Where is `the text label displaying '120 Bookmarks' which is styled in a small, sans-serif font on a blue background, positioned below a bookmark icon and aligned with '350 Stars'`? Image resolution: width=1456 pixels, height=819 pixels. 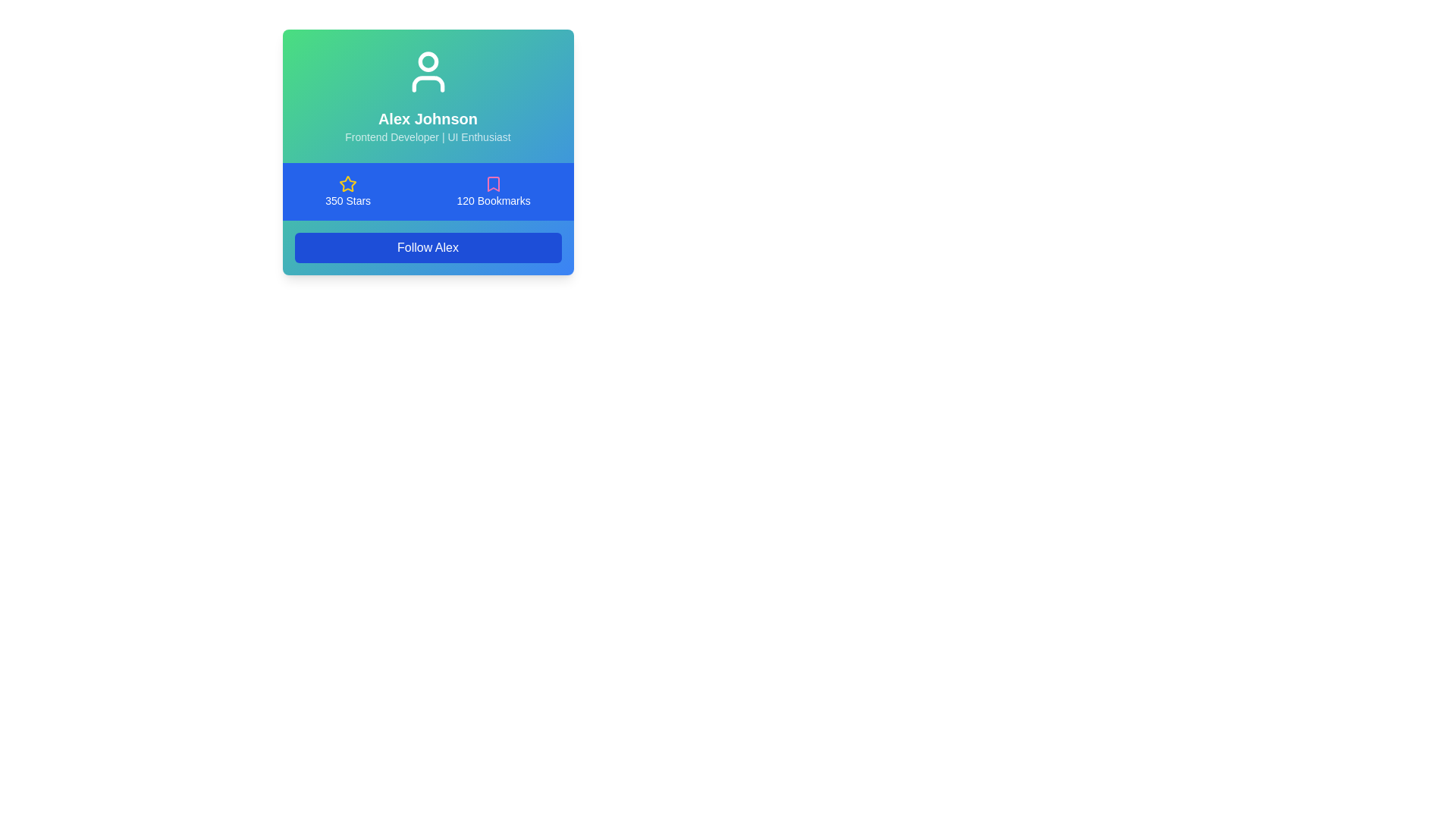 the text label displaying '120 Bookmarks' which is styled in a small, sans-serif font on a blue background, positioned below a bookmark icon and aligned with '350 Stars' is located at coordinates (494, 200).